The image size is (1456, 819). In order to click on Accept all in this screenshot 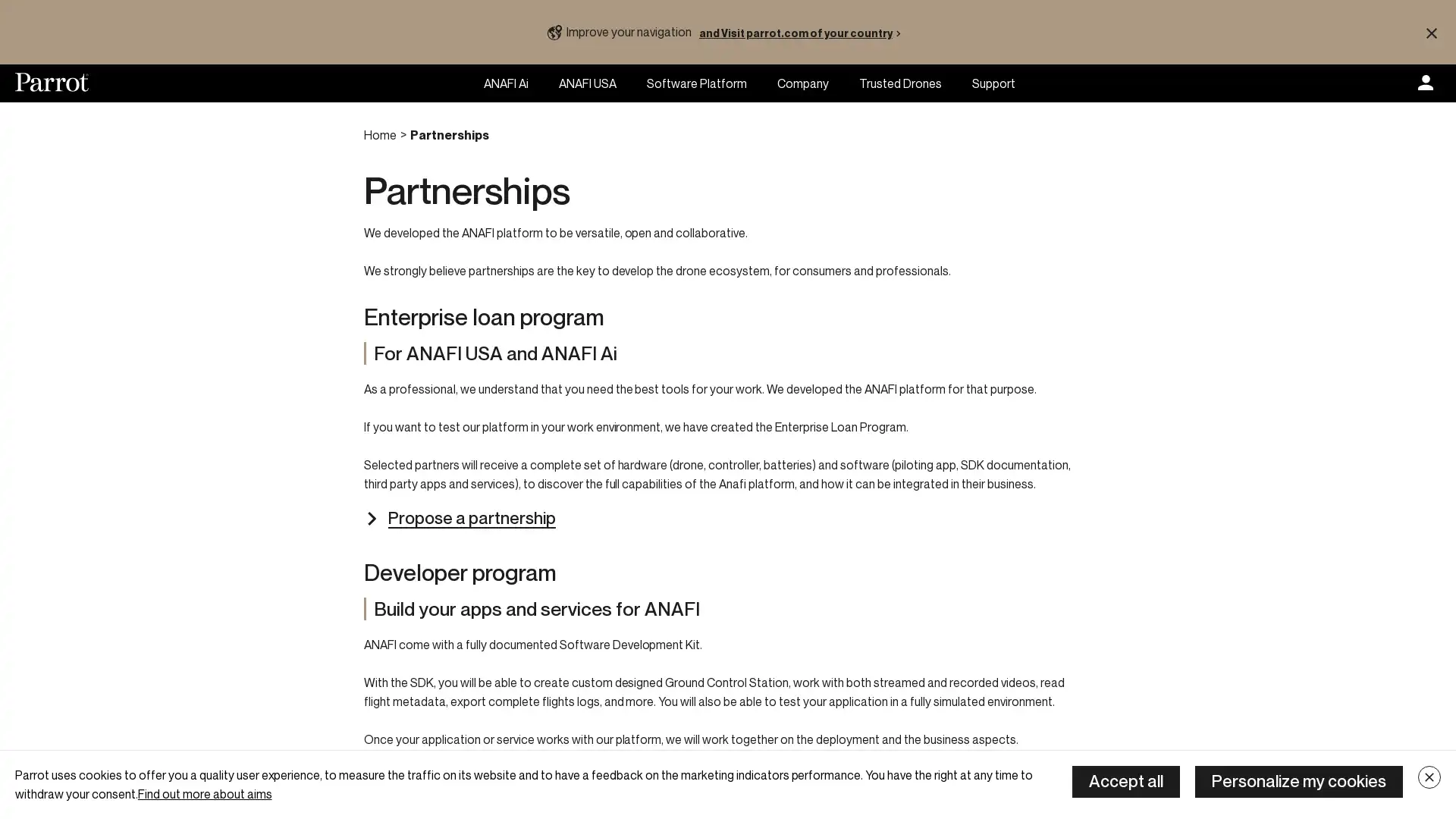, I will do `click(1125, 781)`.